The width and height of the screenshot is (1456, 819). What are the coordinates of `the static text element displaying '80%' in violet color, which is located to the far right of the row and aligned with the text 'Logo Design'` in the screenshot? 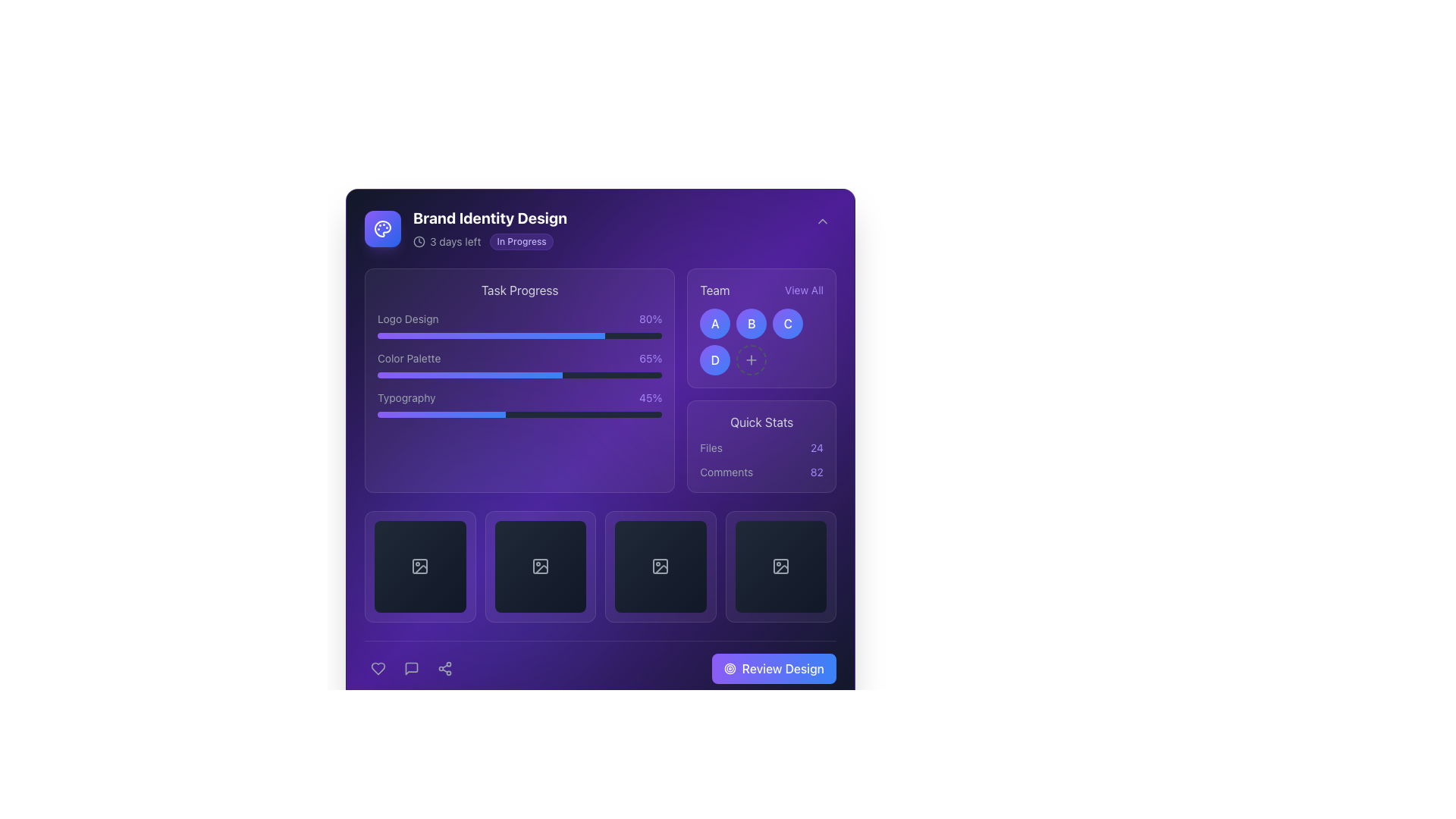 It's located at (651, 318).